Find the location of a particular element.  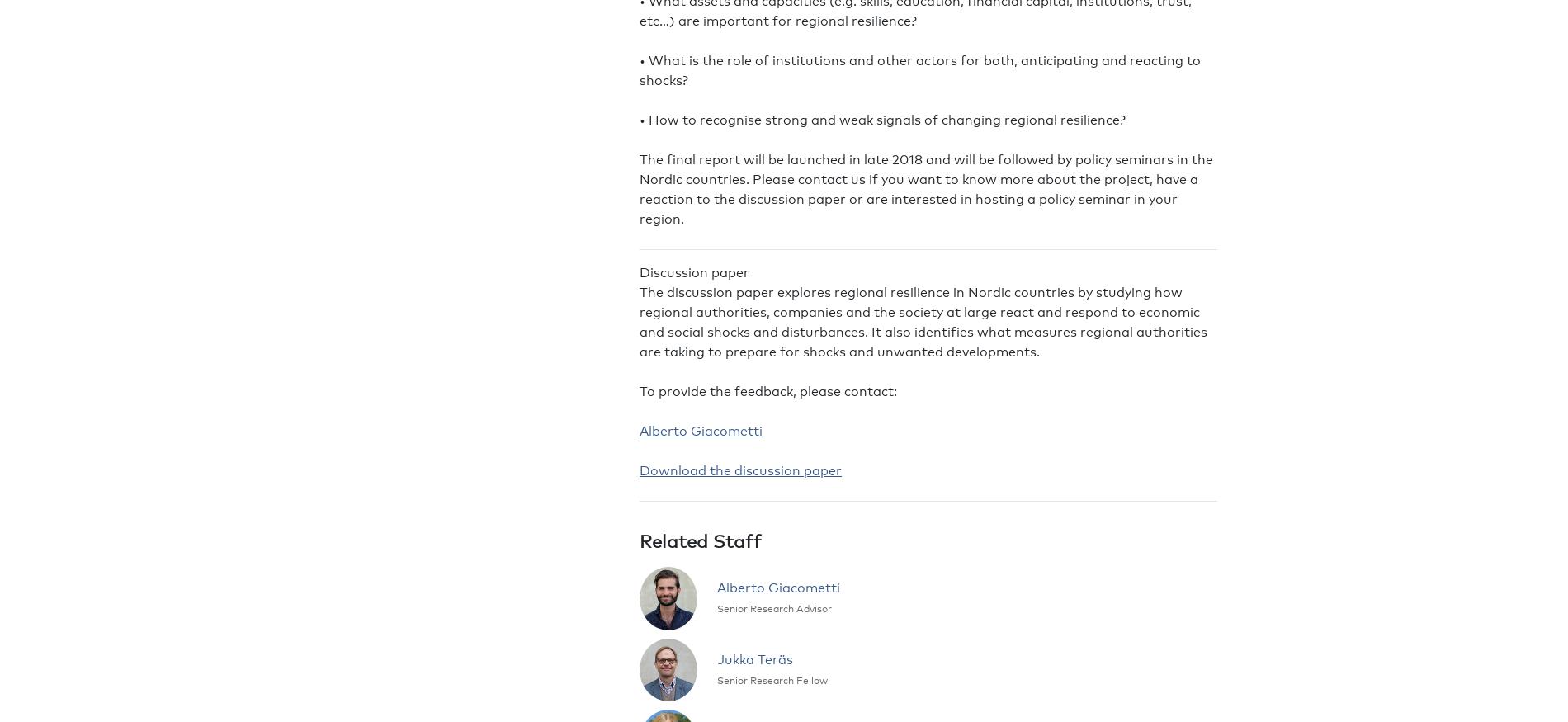

'Related Staff' is located at coordinates (699, 541).